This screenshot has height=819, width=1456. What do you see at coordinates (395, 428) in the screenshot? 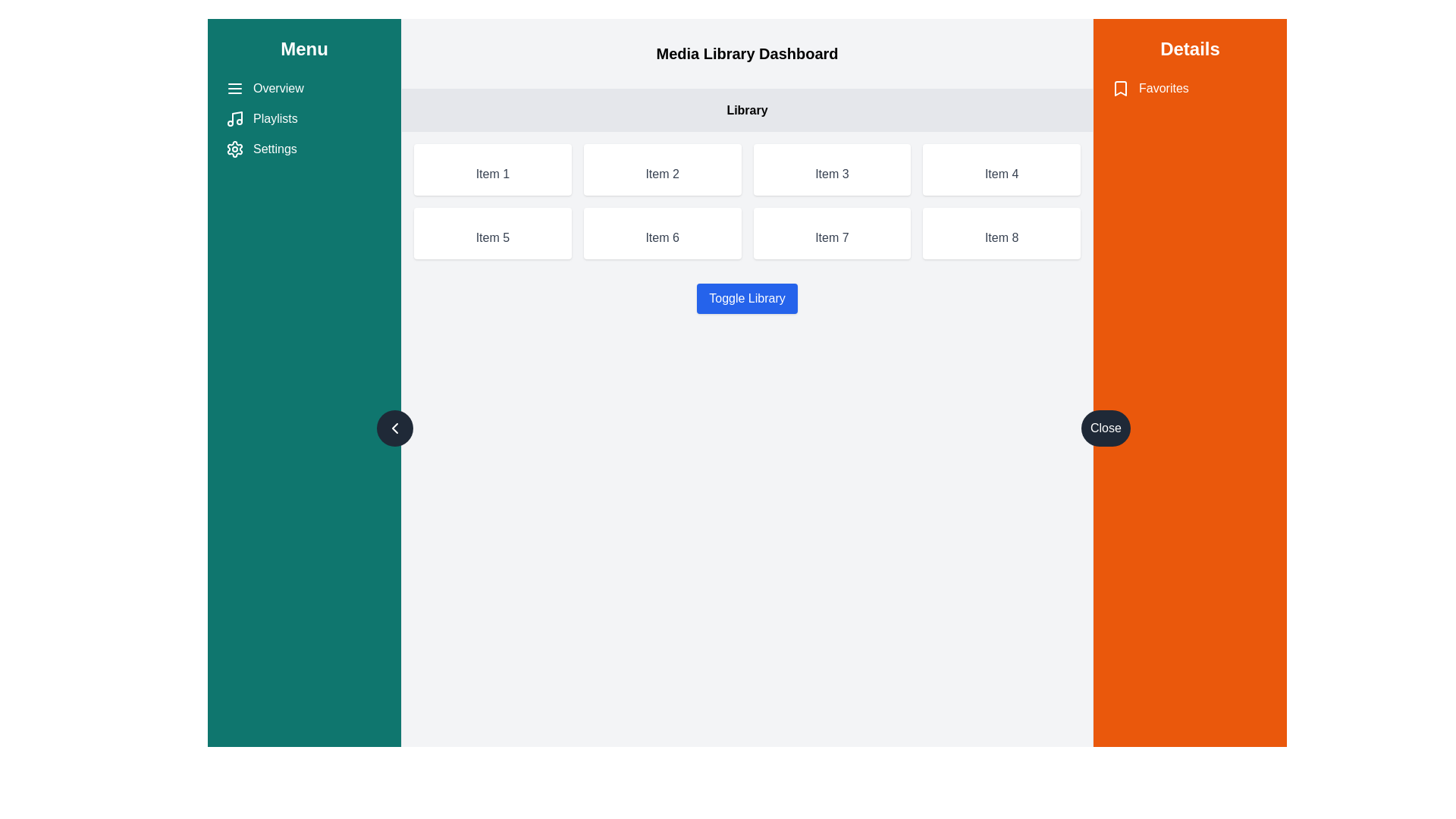
I see `the leftward-pointing chevron icon located in the dark circular button on the left-hand navigation panel` at bounding box center [395, 428].